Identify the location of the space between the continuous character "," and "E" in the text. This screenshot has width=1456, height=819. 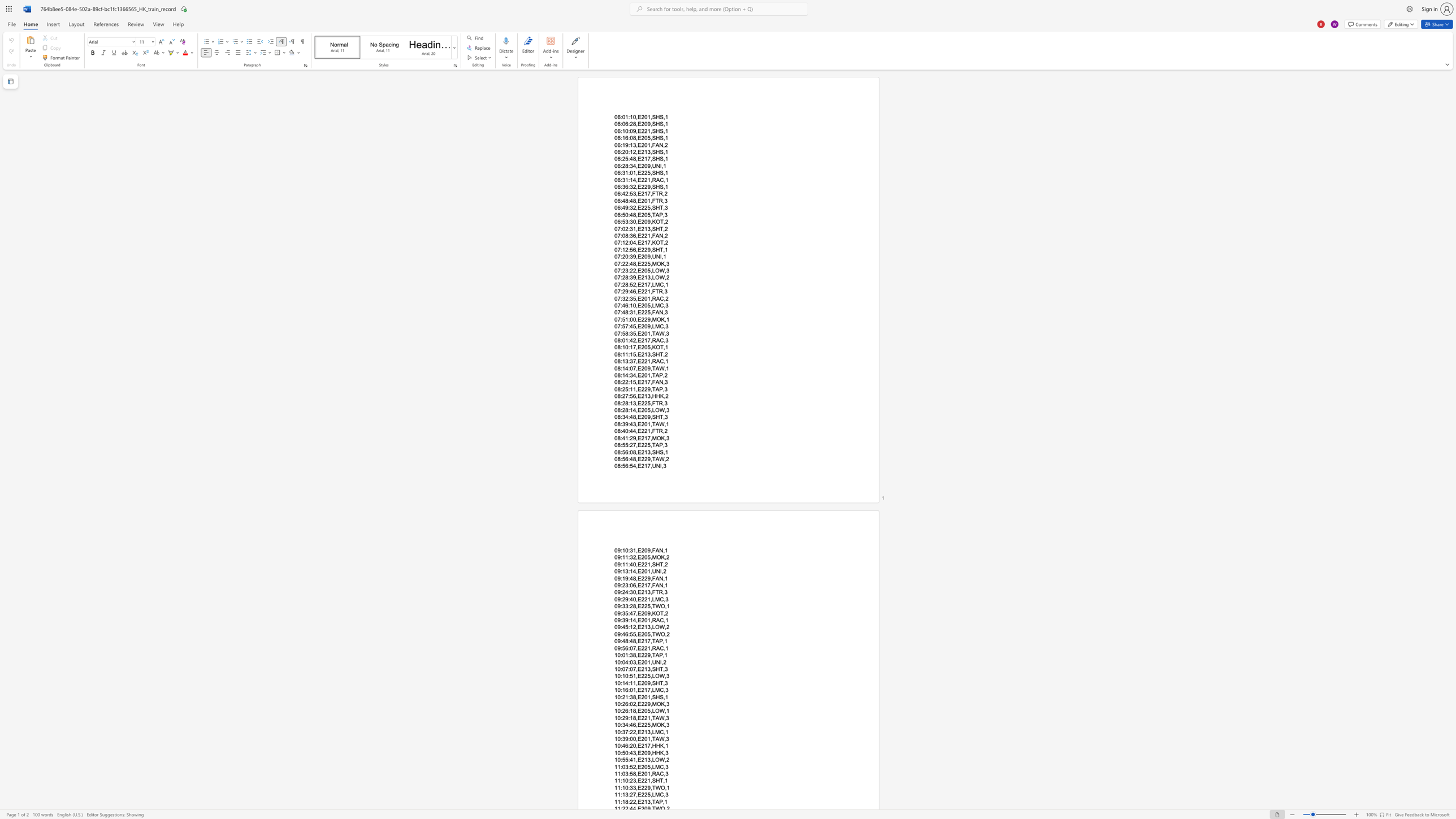
(638, 773).